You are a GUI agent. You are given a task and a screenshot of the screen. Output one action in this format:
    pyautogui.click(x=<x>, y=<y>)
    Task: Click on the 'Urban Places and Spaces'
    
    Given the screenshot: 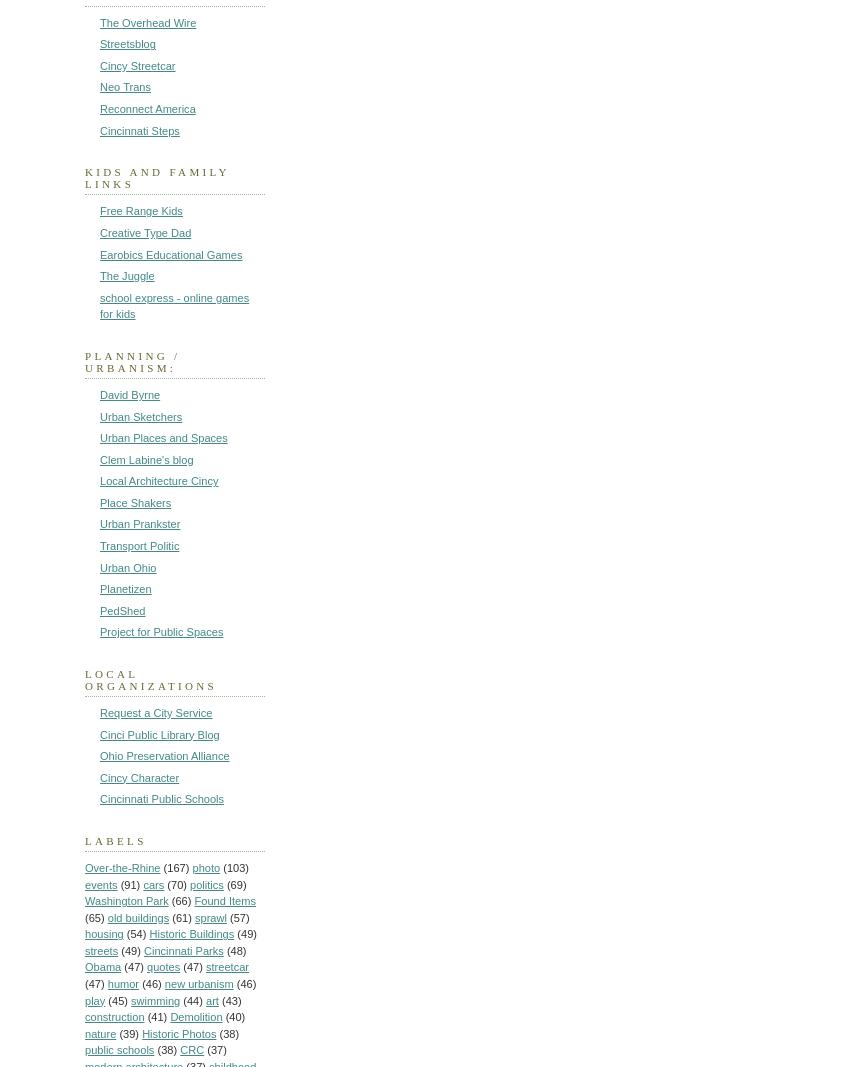 What is the action you would take?
    pyautogui.click(x=163, y=437)
    